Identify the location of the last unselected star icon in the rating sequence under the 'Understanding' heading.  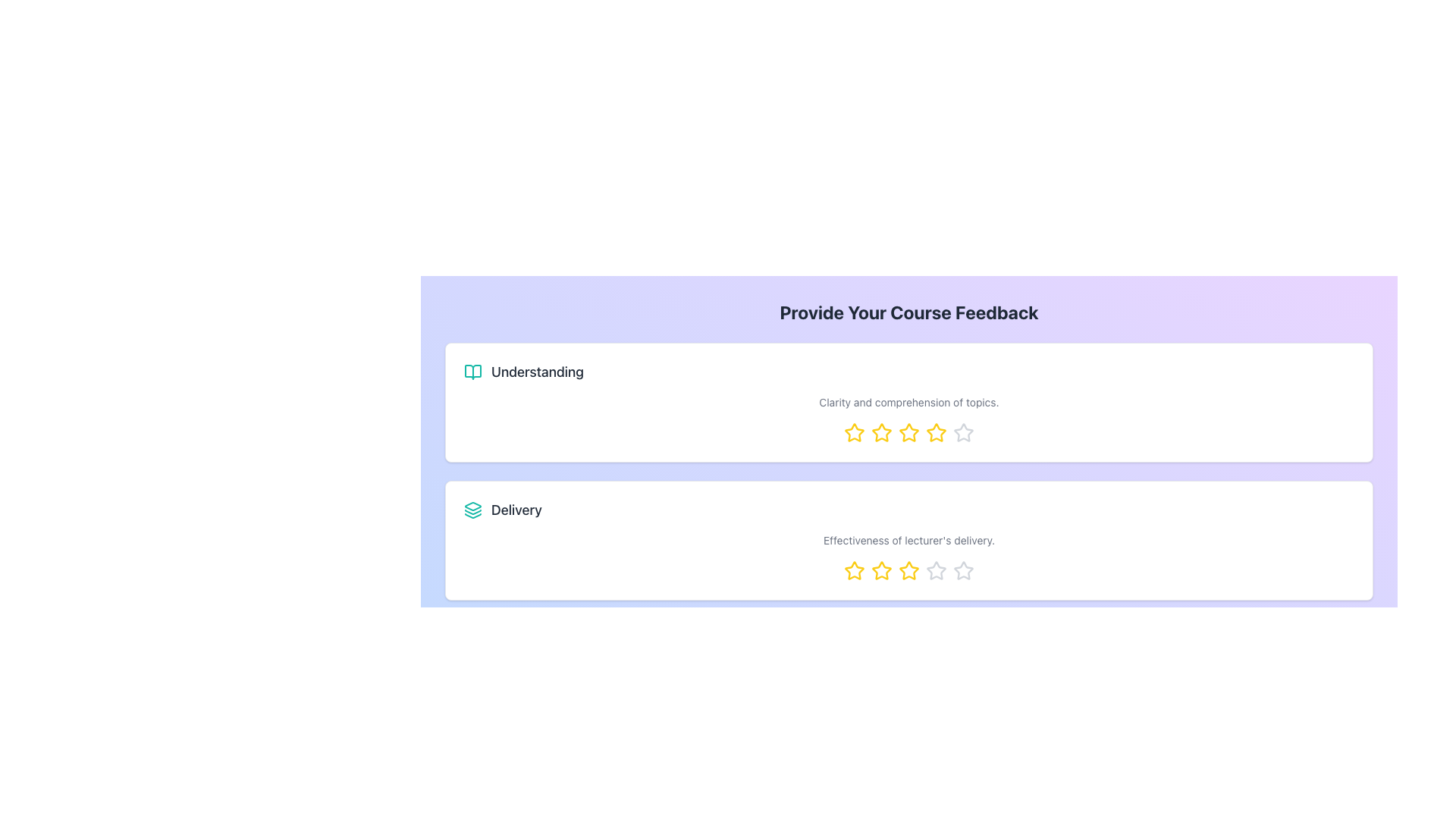
(963, 432).